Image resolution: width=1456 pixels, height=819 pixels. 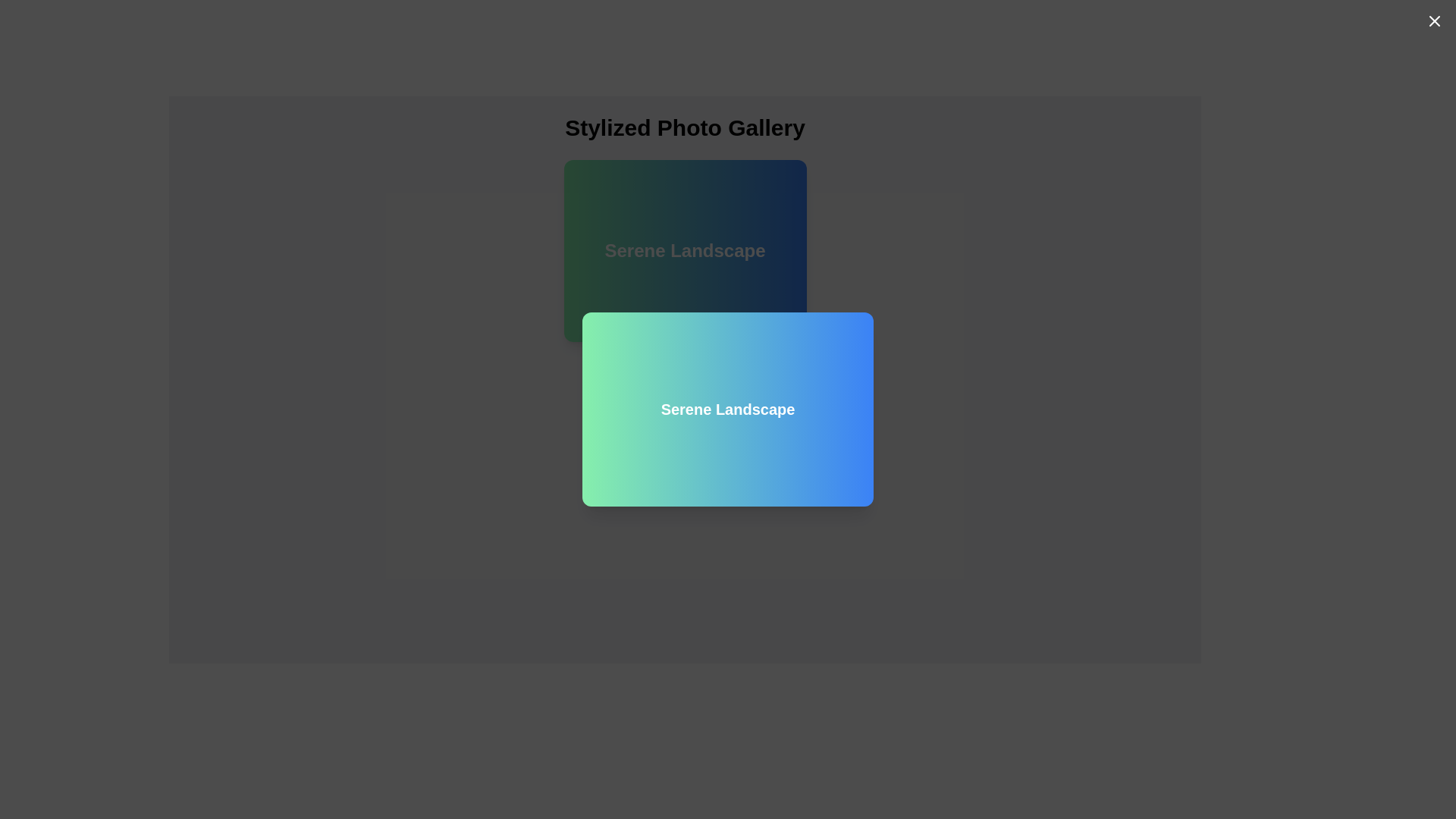 I want to click on the close button located in the top-right corner of the 'Serene Landscape' card, so click(x=1433, y=20).